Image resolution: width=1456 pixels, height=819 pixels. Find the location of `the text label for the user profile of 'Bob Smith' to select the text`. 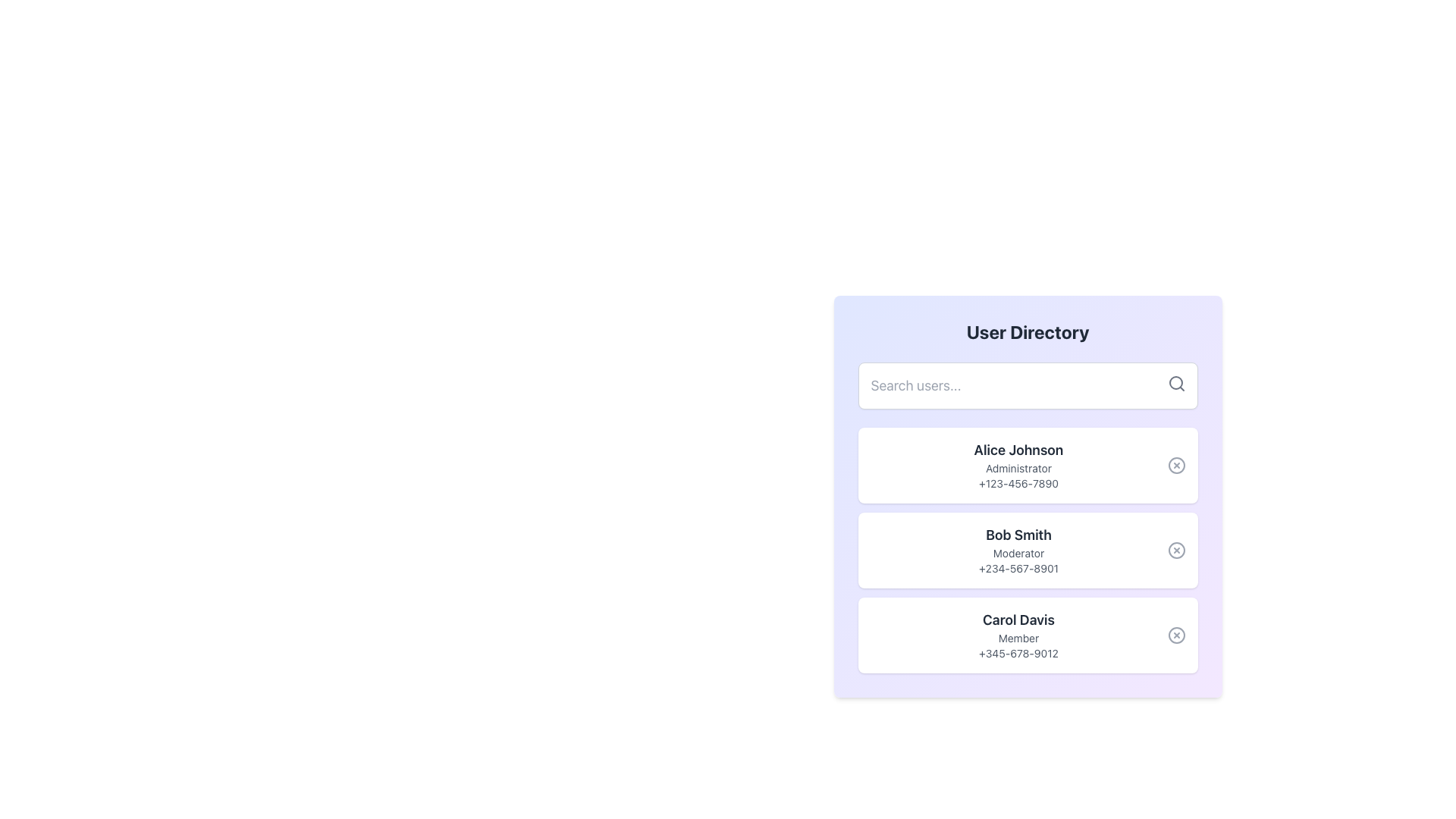

the text label for the user profile of 'Bob Smith' to select the text is located at coordinates (1018, 534).